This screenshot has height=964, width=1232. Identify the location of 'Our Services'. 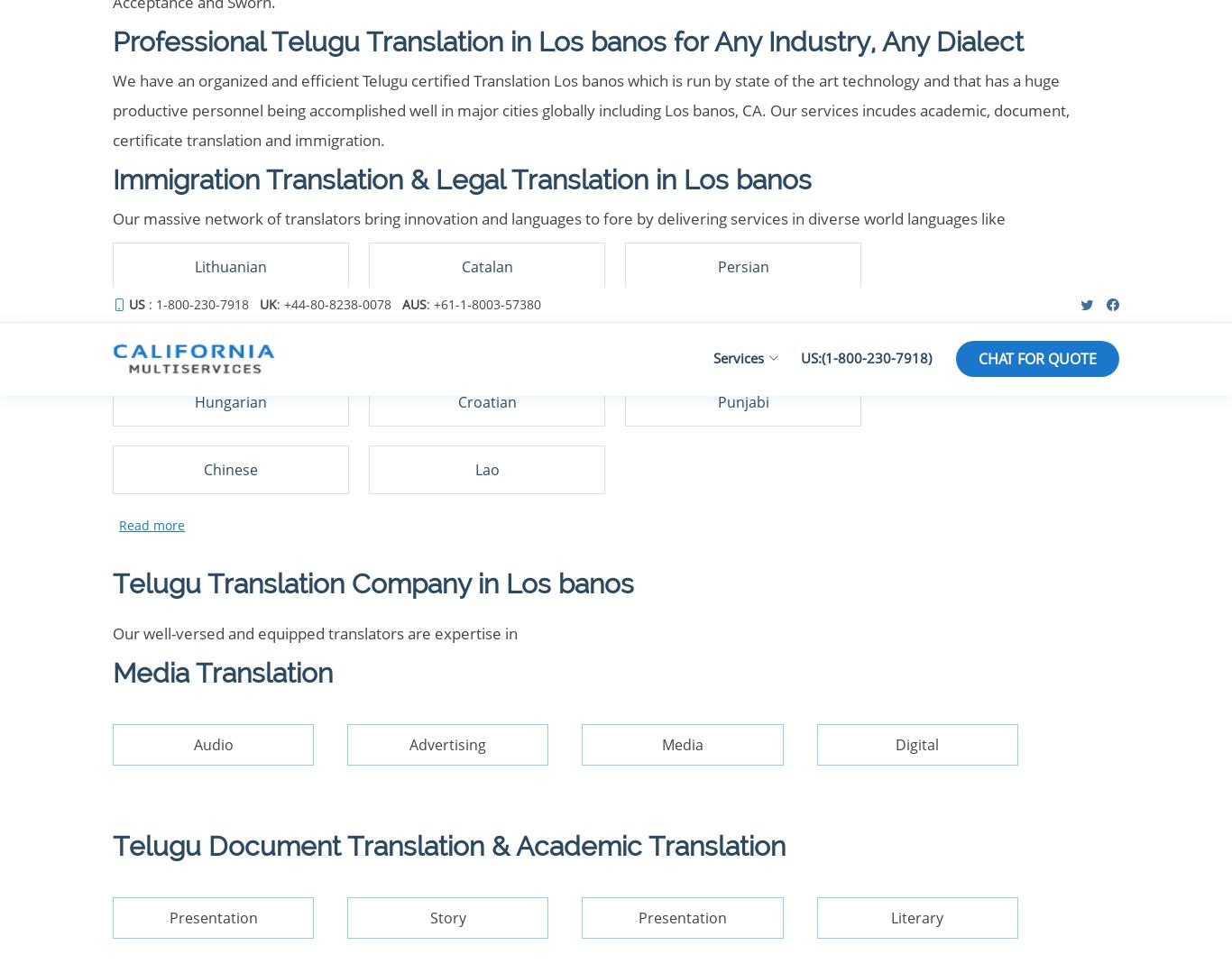
(153, 334).